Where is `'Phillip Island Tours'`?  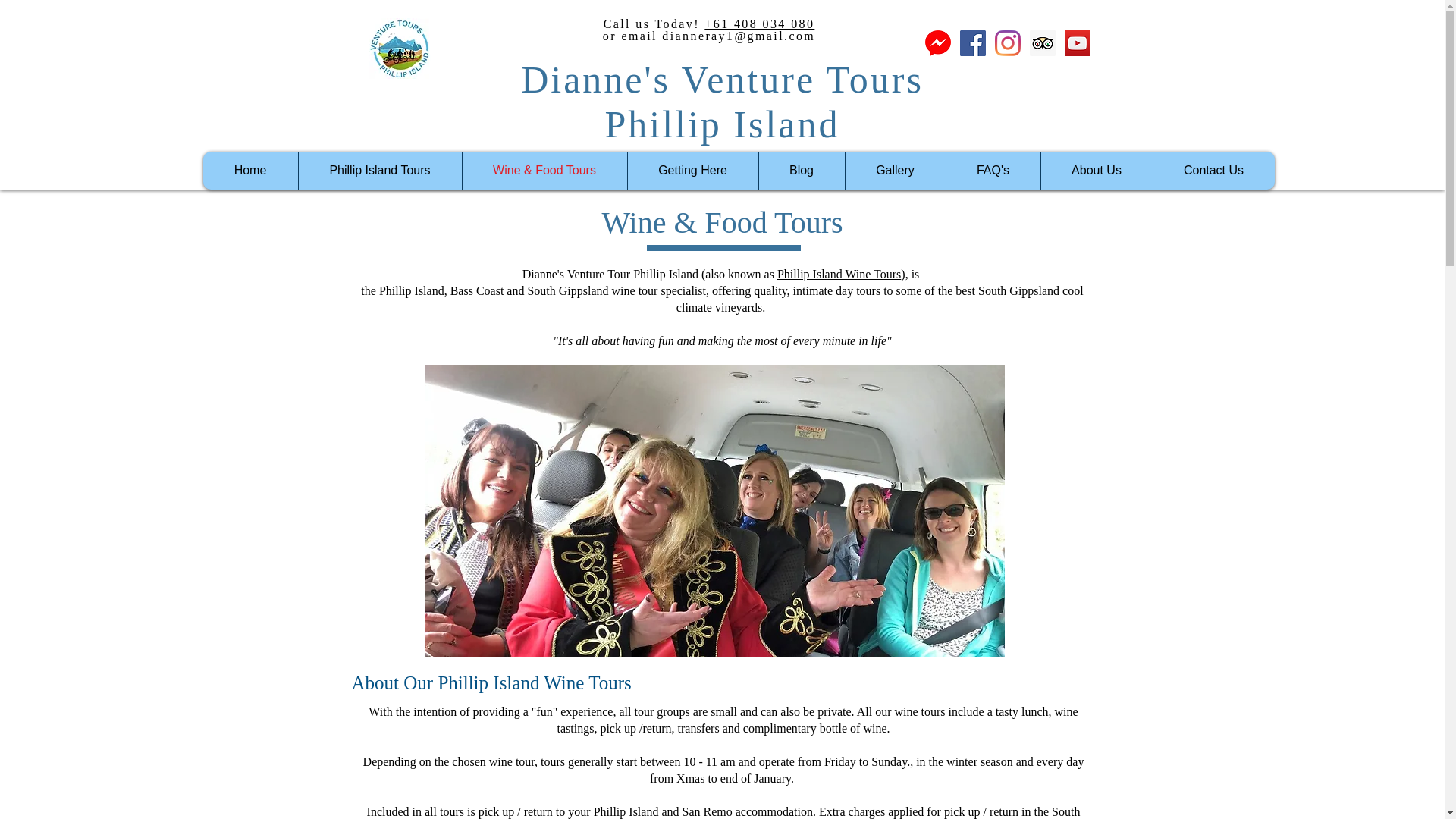 'Phillip Island Tours' is located at coordinates (297, 170).